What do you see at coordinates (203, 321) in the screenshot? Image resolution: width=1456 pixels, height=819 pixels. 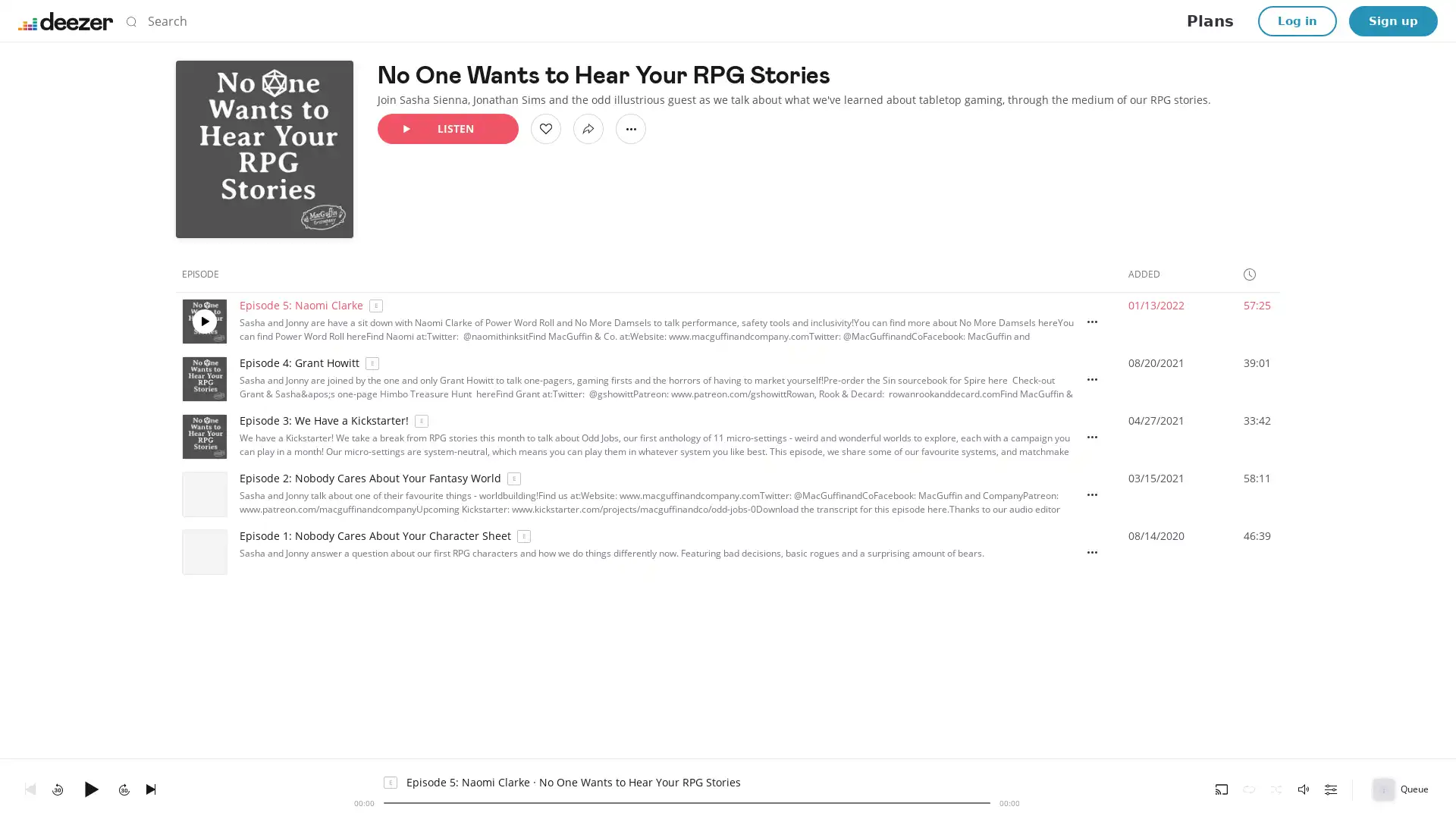 I see `Play Episode 5: Naomi Clarke by No One Wants to Hear Your RPG Stories` at bounding box center [203, 321].